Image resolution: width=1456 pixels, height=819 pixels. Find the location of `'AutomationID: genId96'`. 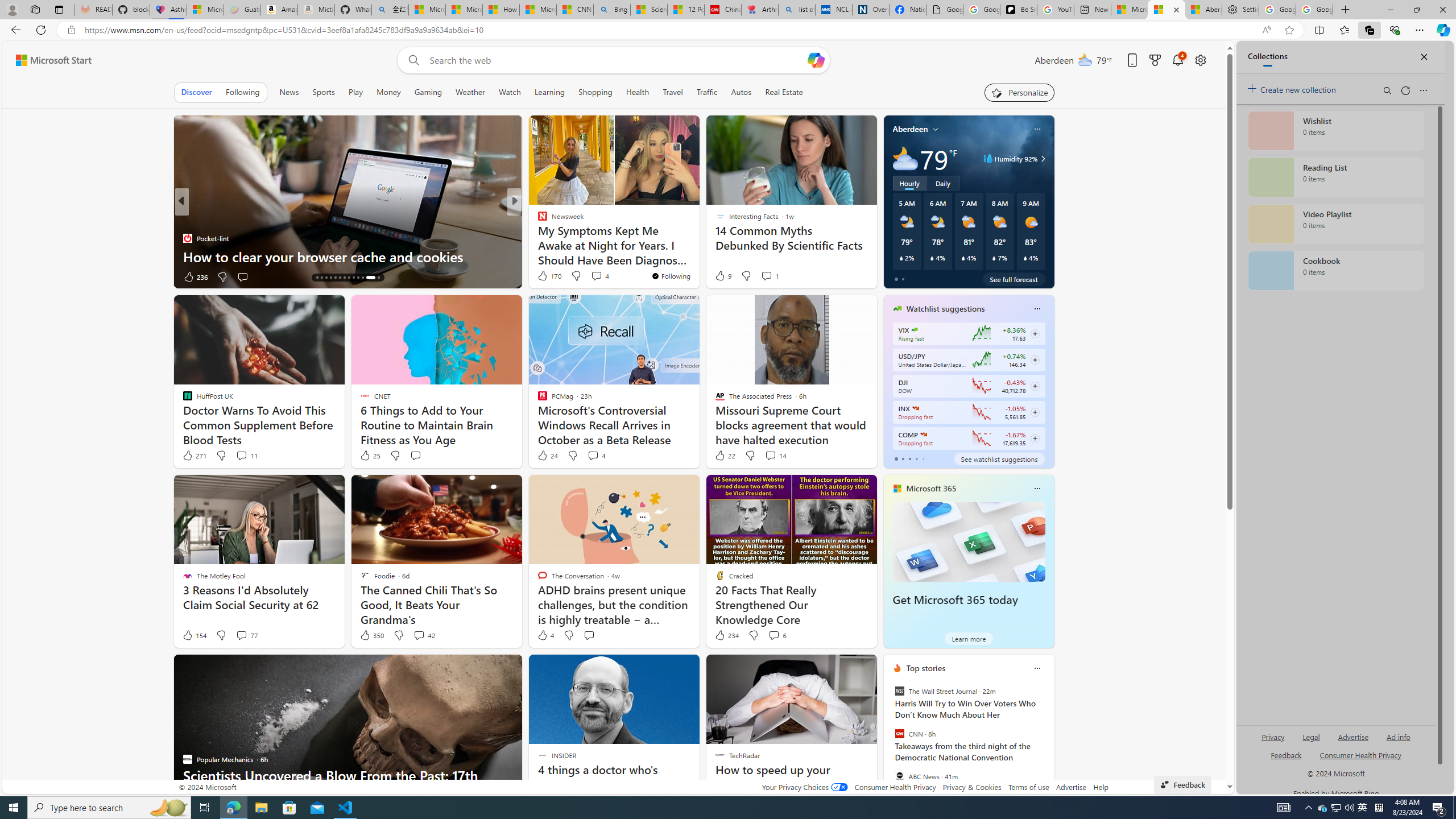

'AutomationID: genId96' is located at coordinates (1285, 759).